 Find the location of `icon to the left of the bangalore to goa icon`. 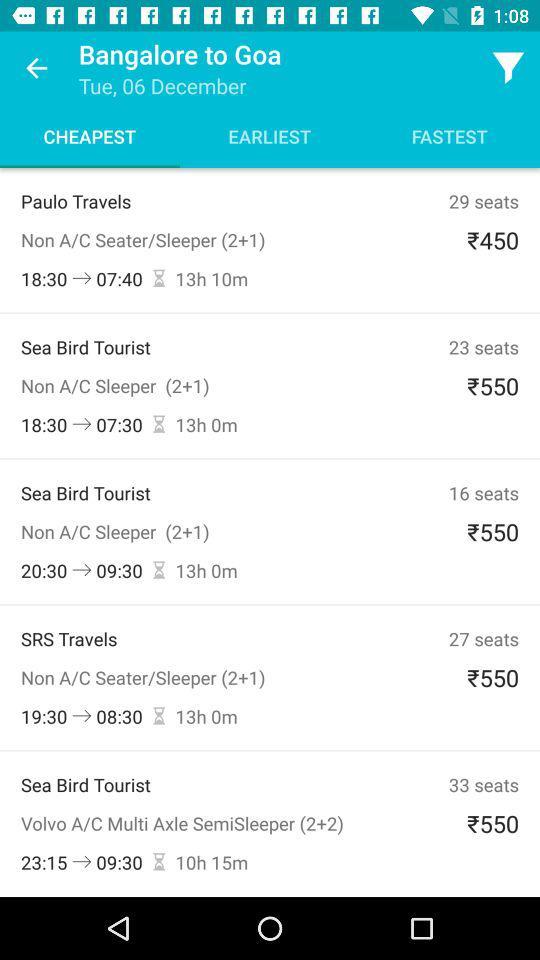

icon to the left of the bangalore to goa icon is located at coordinates (36, 68).